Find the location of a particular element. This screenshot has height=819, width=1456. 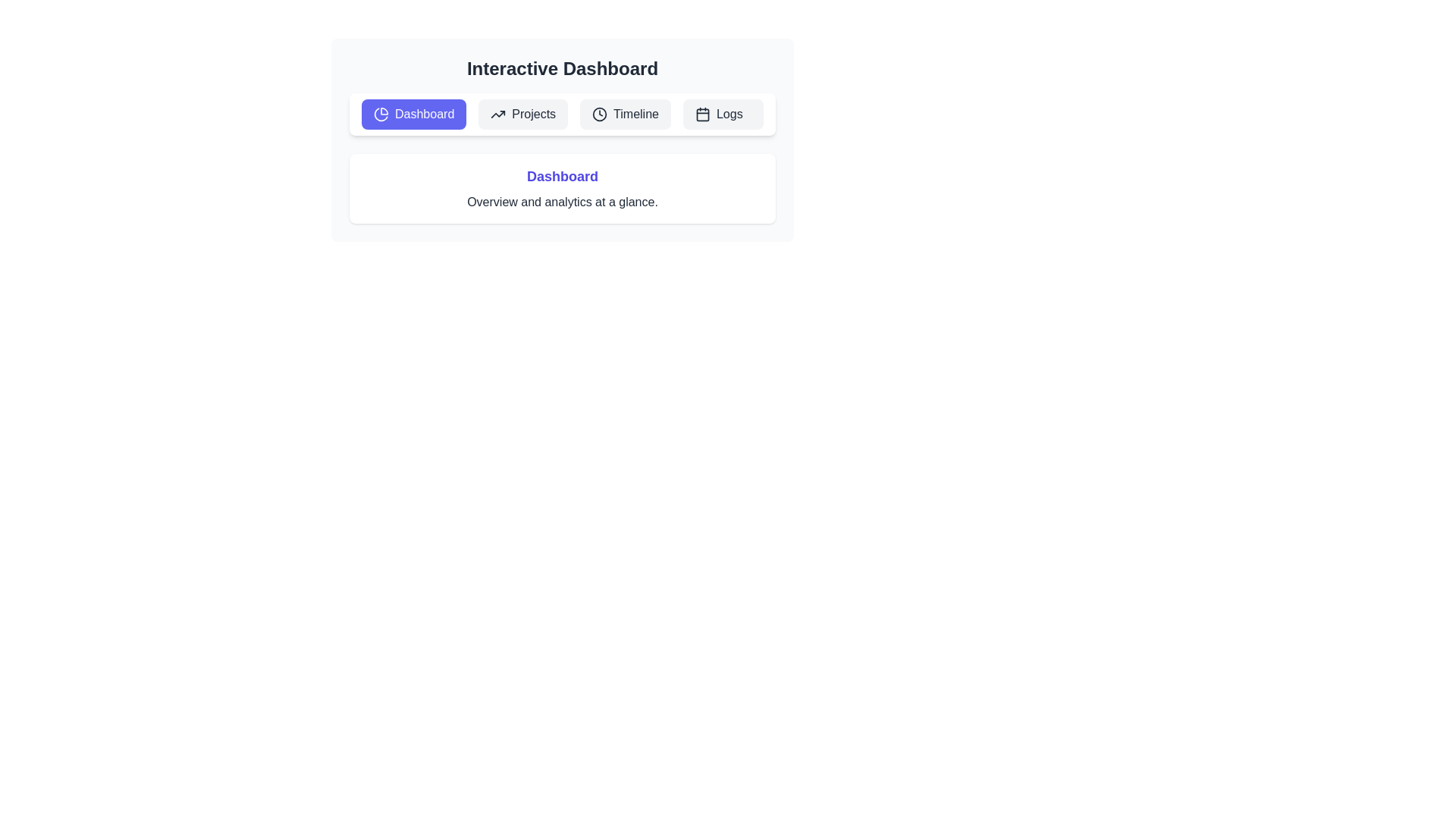

the 'Timeline' text label within the horizontal navigation bar is located at coordinates (636, 113).